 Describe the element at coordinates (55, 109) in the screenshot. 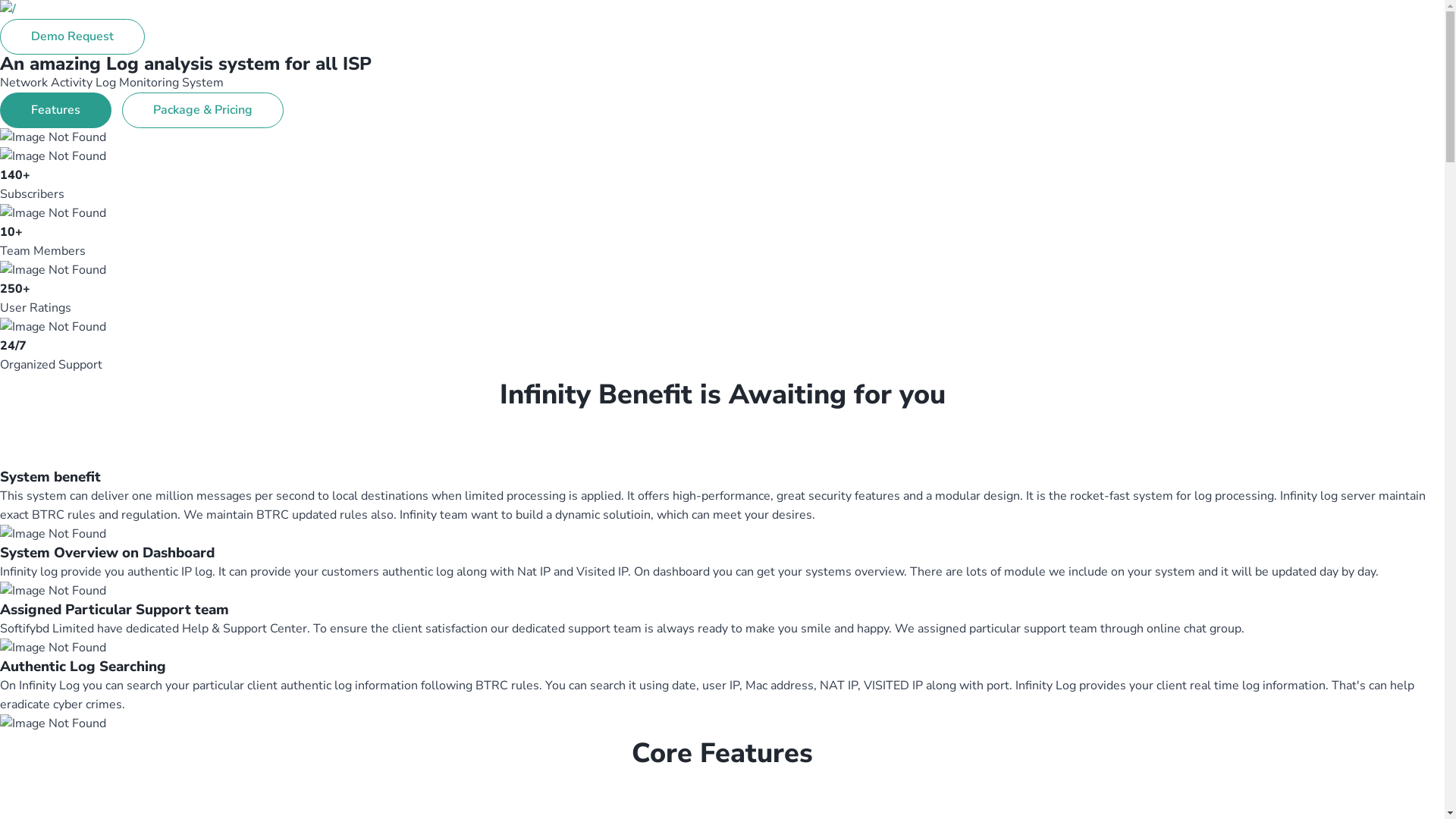

I see `'Features'` at that location.